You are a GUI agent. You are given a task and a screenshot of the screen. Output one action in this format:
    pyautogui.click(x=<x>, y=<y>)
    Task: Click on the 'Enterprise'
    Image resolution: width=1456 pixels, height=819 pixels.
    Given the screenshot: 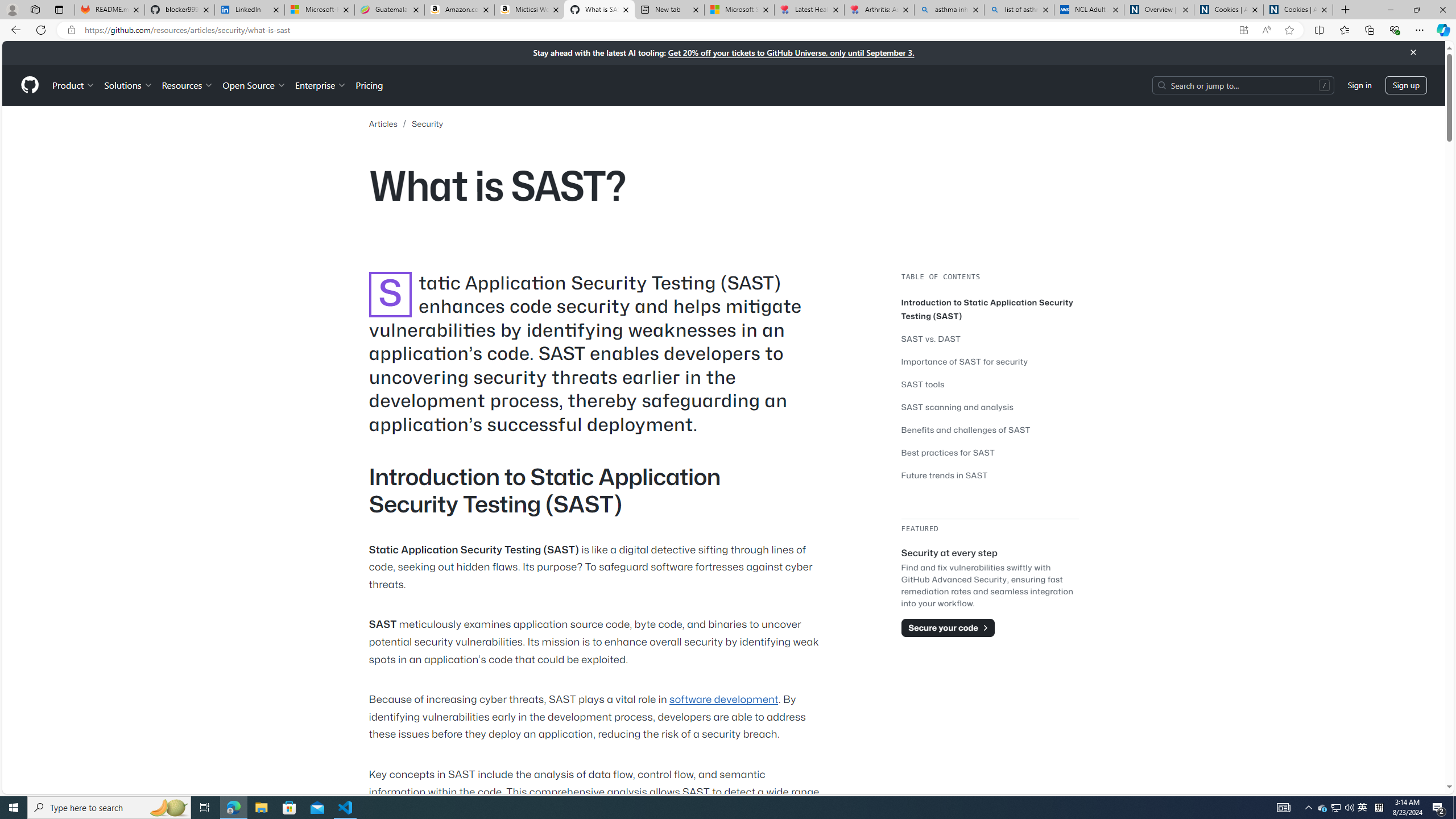 What is the action you would take?
    pyautogui.click(x=320, y=85)
    